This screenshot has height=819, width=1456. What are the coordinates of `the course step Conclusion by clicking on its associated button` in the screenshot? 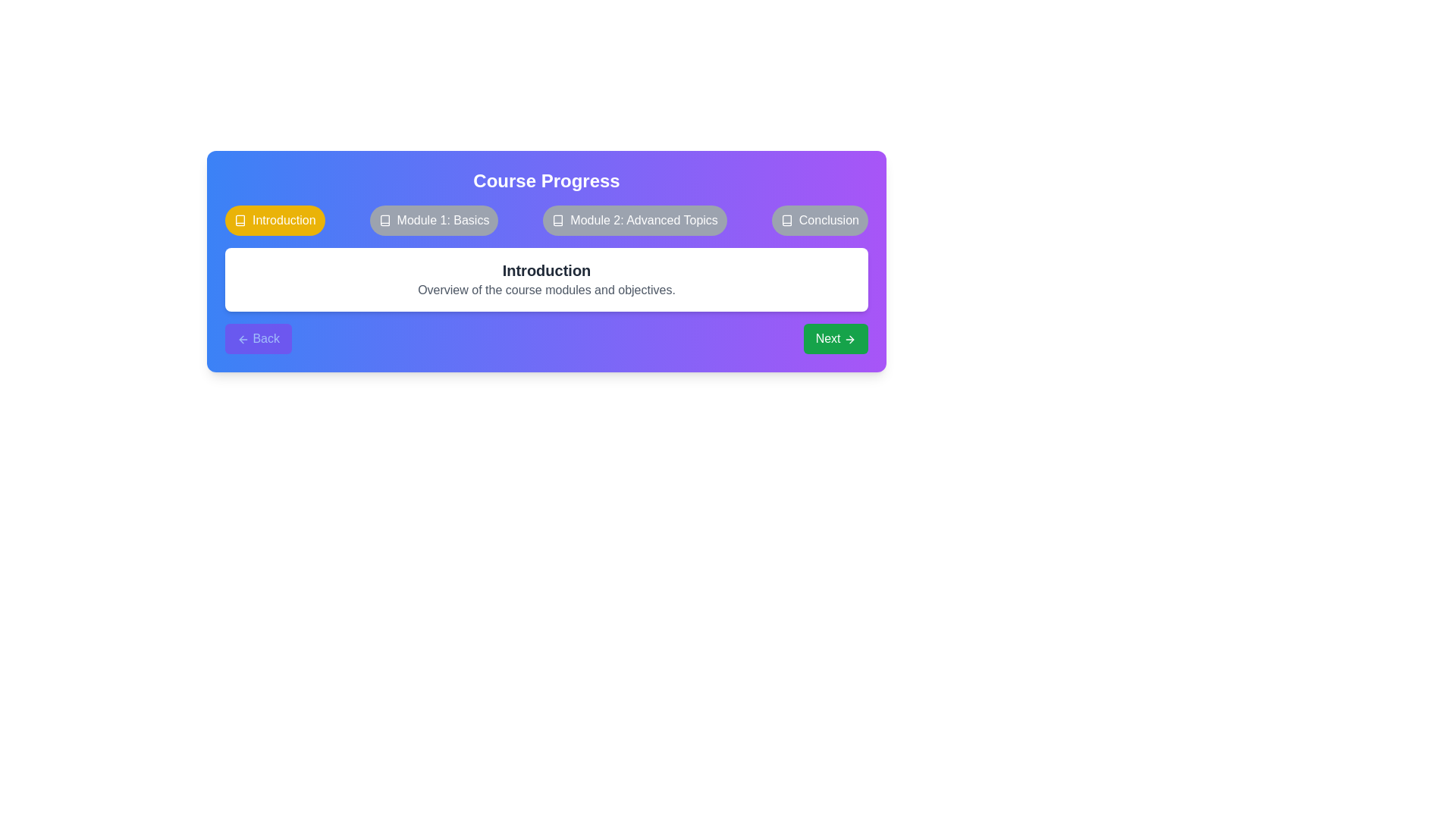 It's located at (819, 220).